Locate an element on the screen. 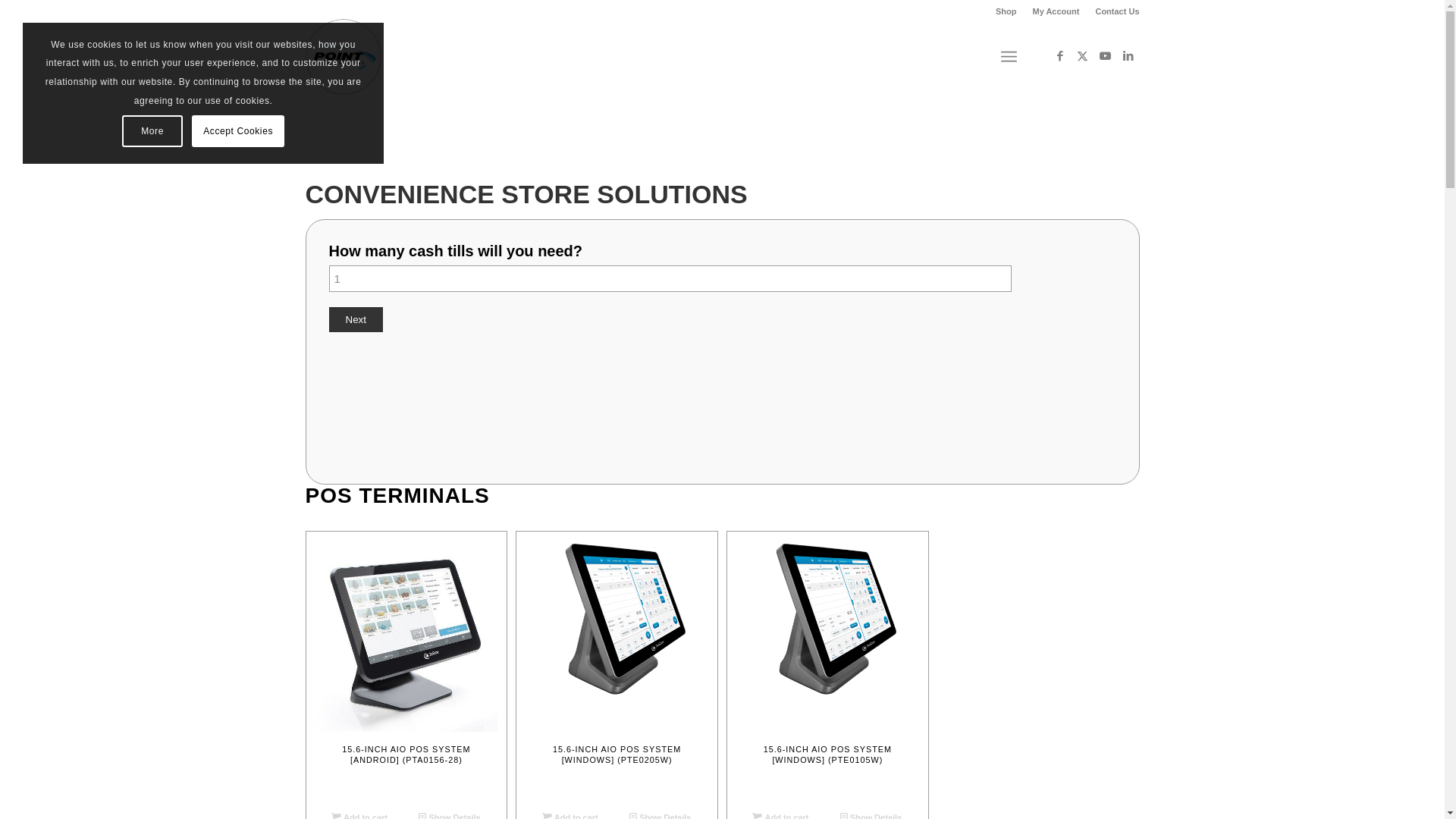  'Twitter' is located at coordinates (1081, 55).